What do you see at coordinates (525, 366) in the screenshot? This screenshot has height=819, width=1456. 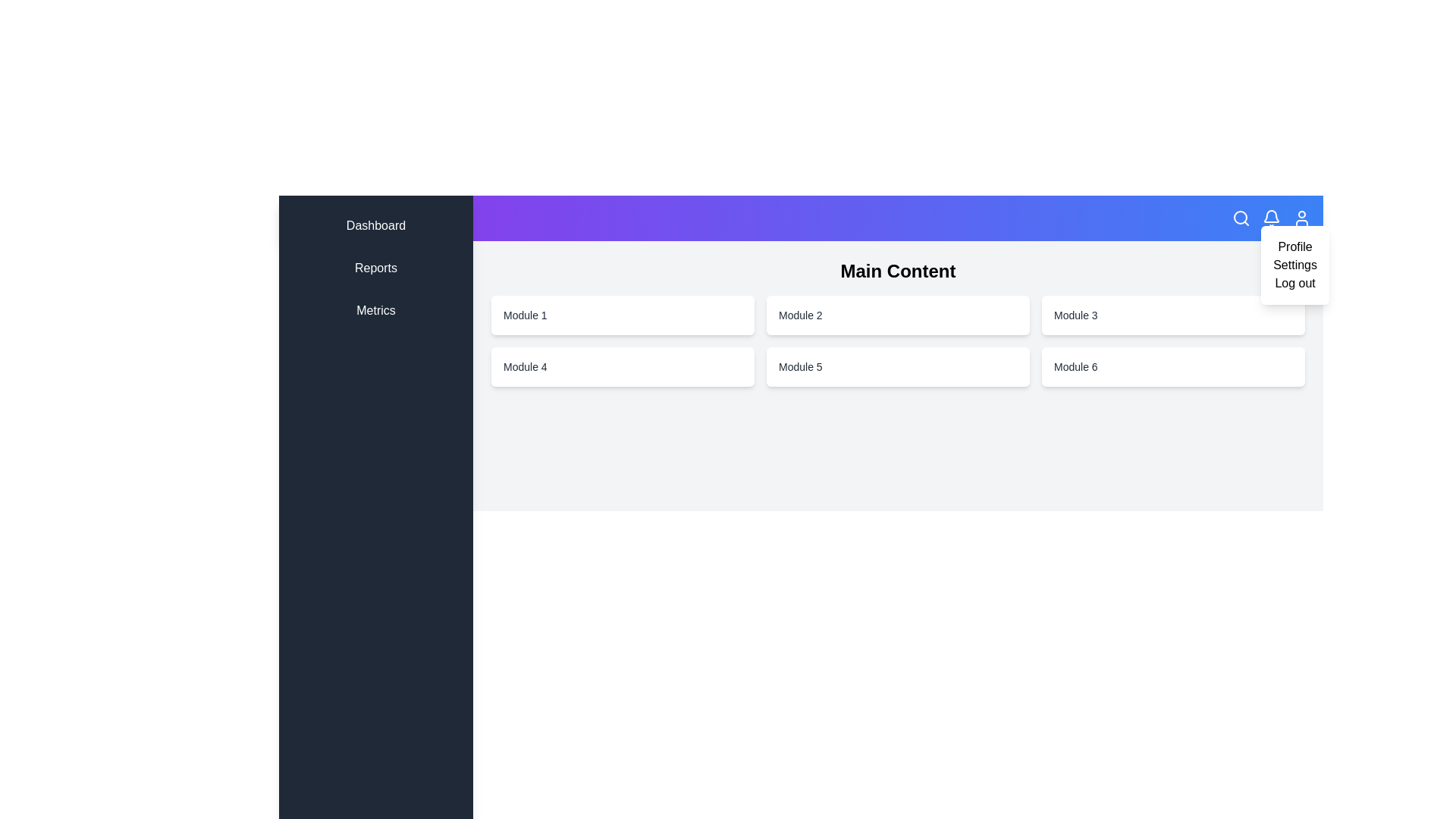 I see `the label representing 'Module 4' located in the second row of the grid layout within the 'Main Content' section` at bounding box center [525, 366].